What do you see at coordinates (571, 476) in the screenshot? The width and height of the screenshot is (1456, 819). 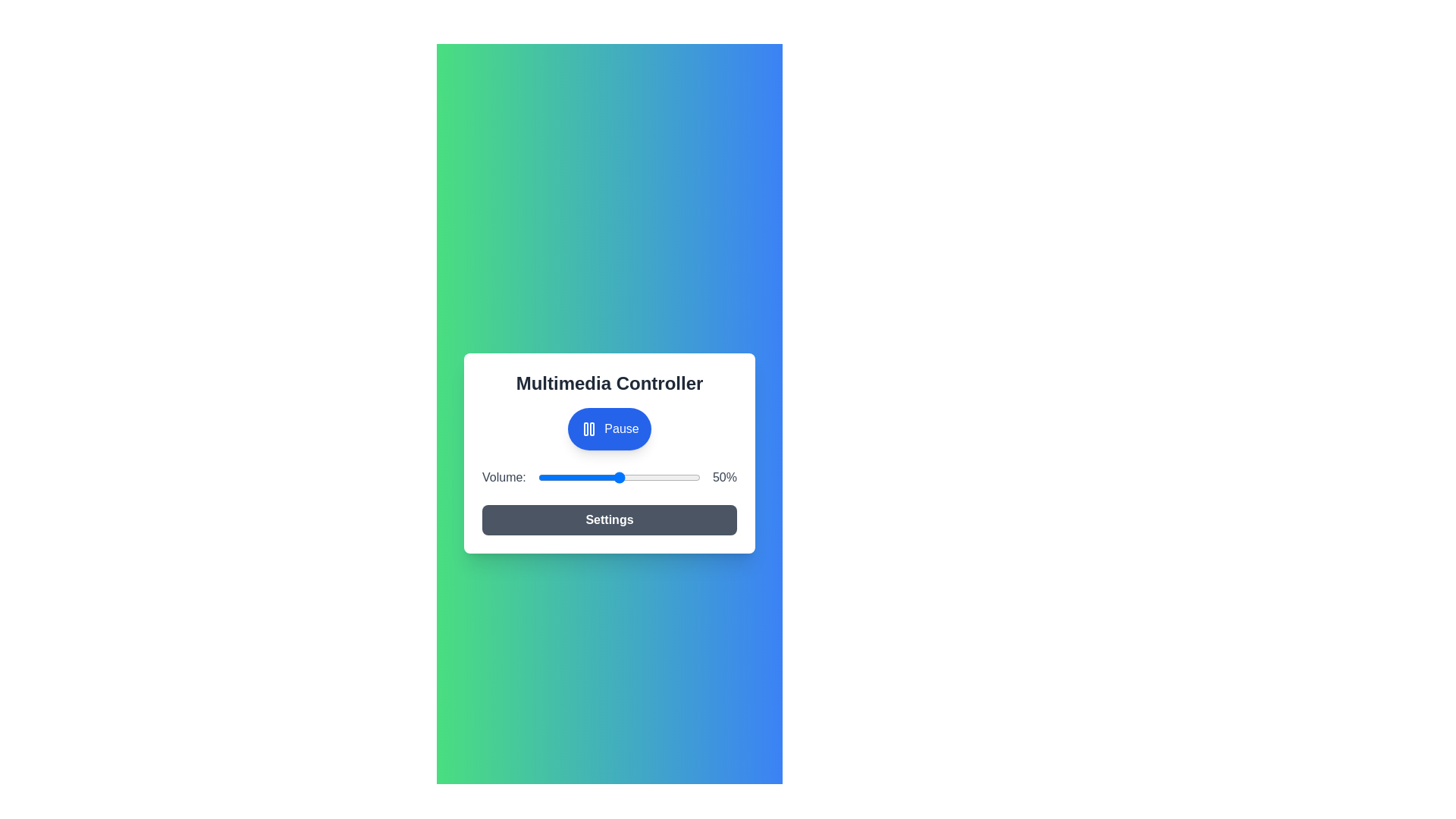 I see `the volume` at bounding box center [571, 476].